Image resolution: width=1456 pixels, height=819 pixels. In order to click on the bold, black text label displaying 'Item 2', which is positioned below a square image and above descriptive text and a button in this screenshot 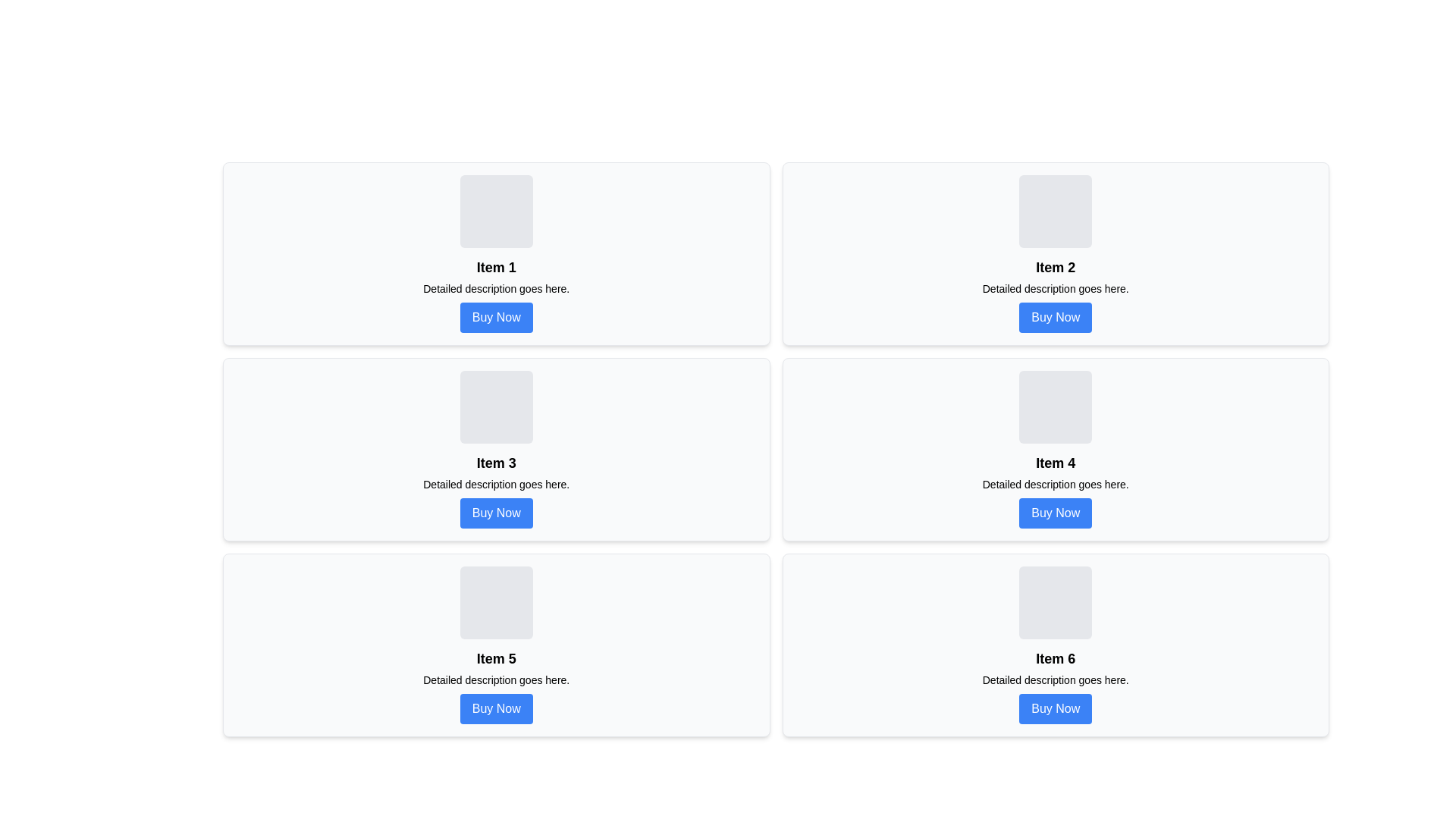, I will do `click(1055, 267)`.